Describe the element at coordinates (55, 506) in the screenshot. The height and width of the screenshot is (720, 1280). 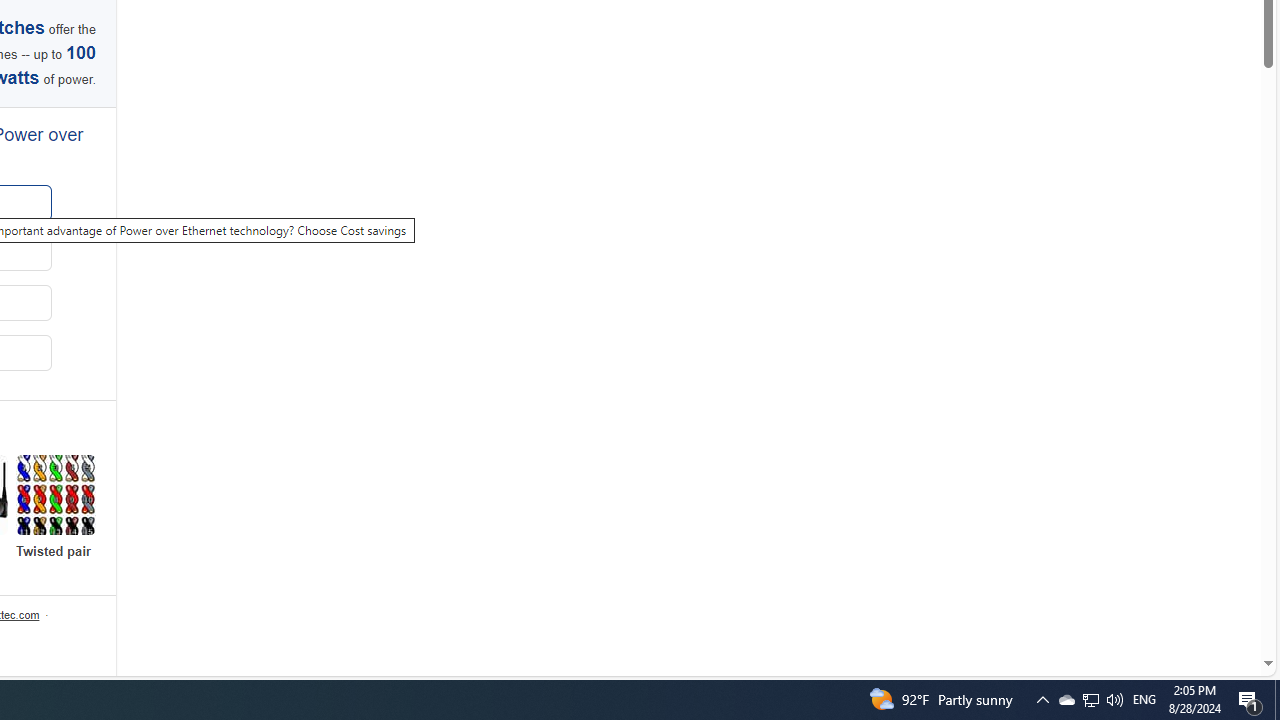
I see `'Explore more Twisted pair'` at that location.